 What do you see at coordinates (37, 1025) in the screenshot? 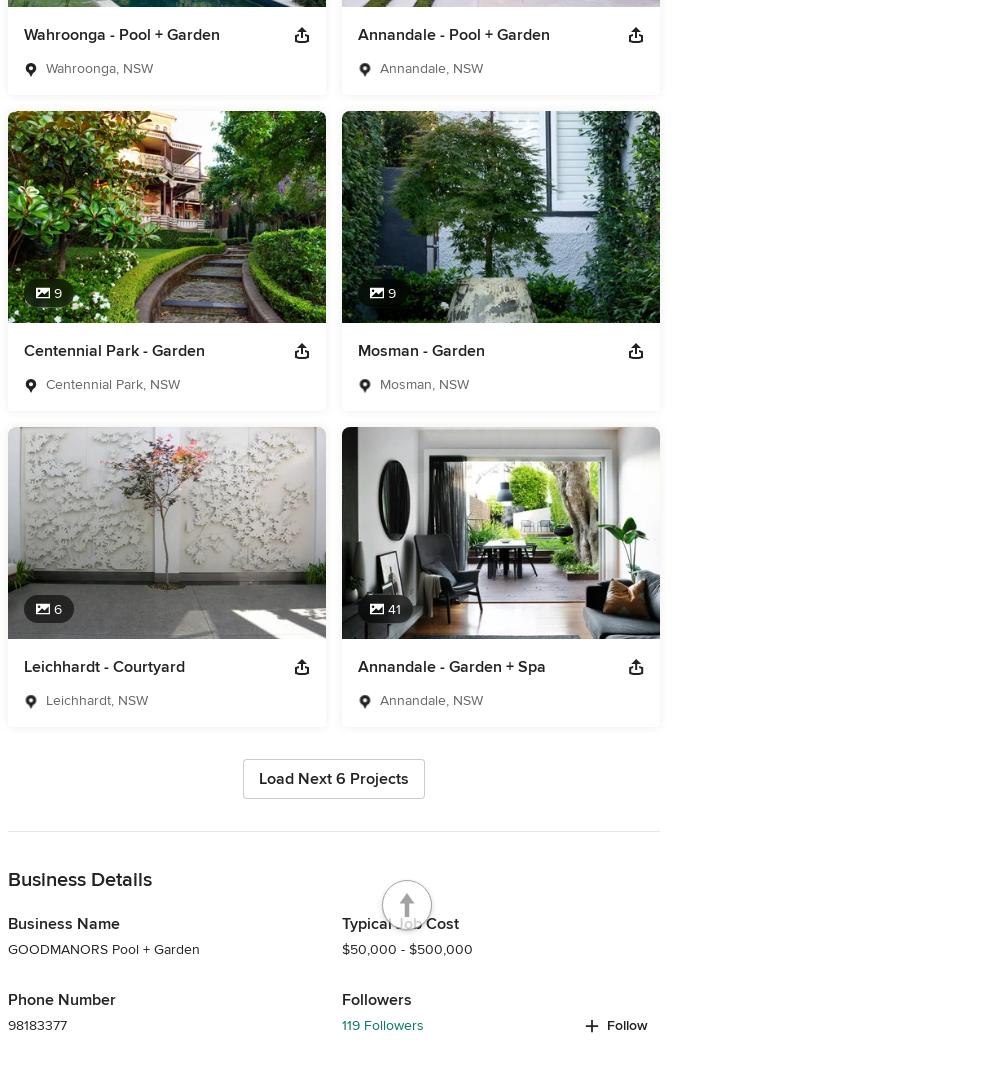
I see `'98183377'` at bounding box center [37, 1025].